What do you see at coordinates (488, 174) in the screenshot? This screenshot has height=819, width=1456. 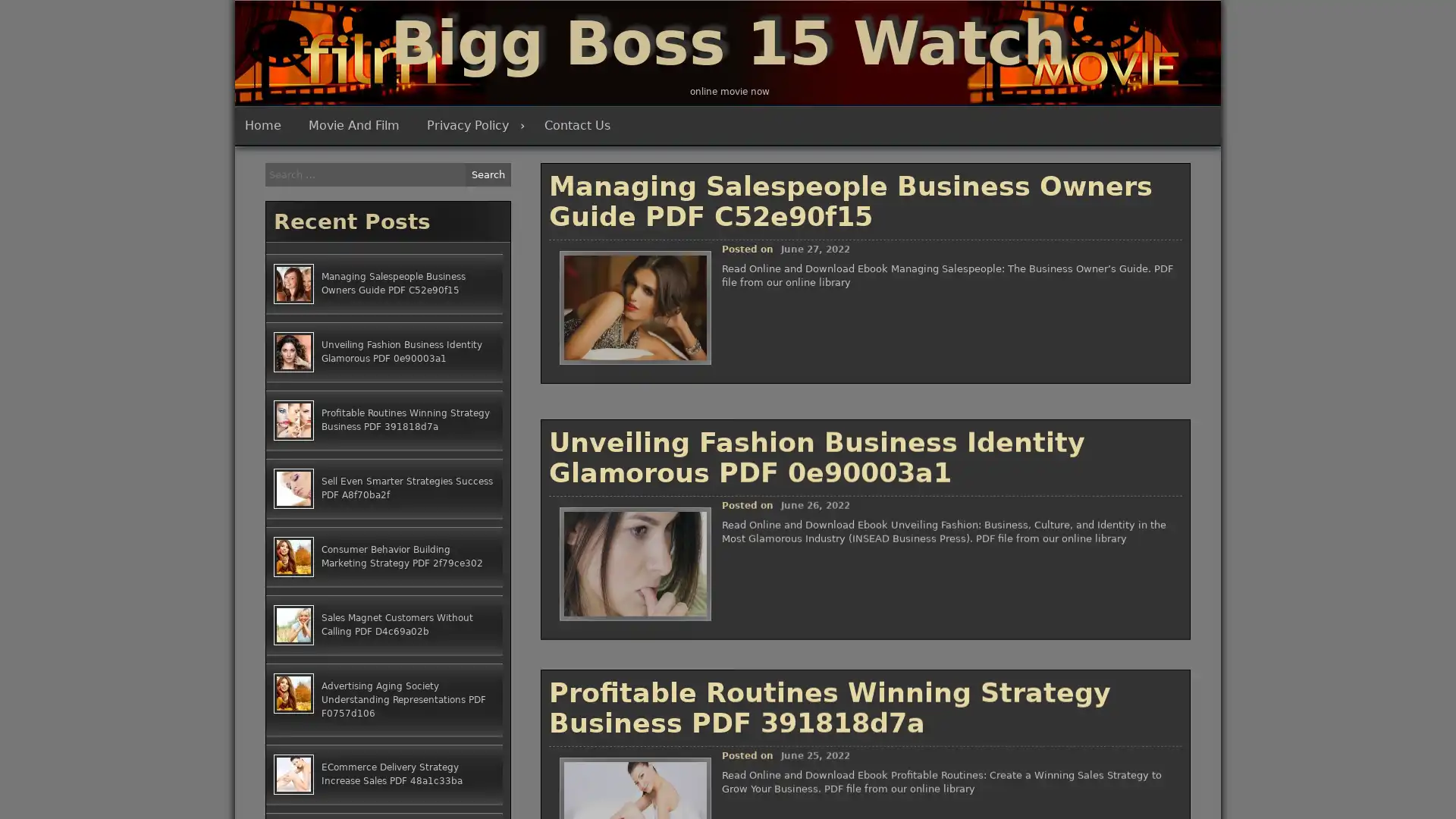 I see `Search` at bounding box center [488, 174].